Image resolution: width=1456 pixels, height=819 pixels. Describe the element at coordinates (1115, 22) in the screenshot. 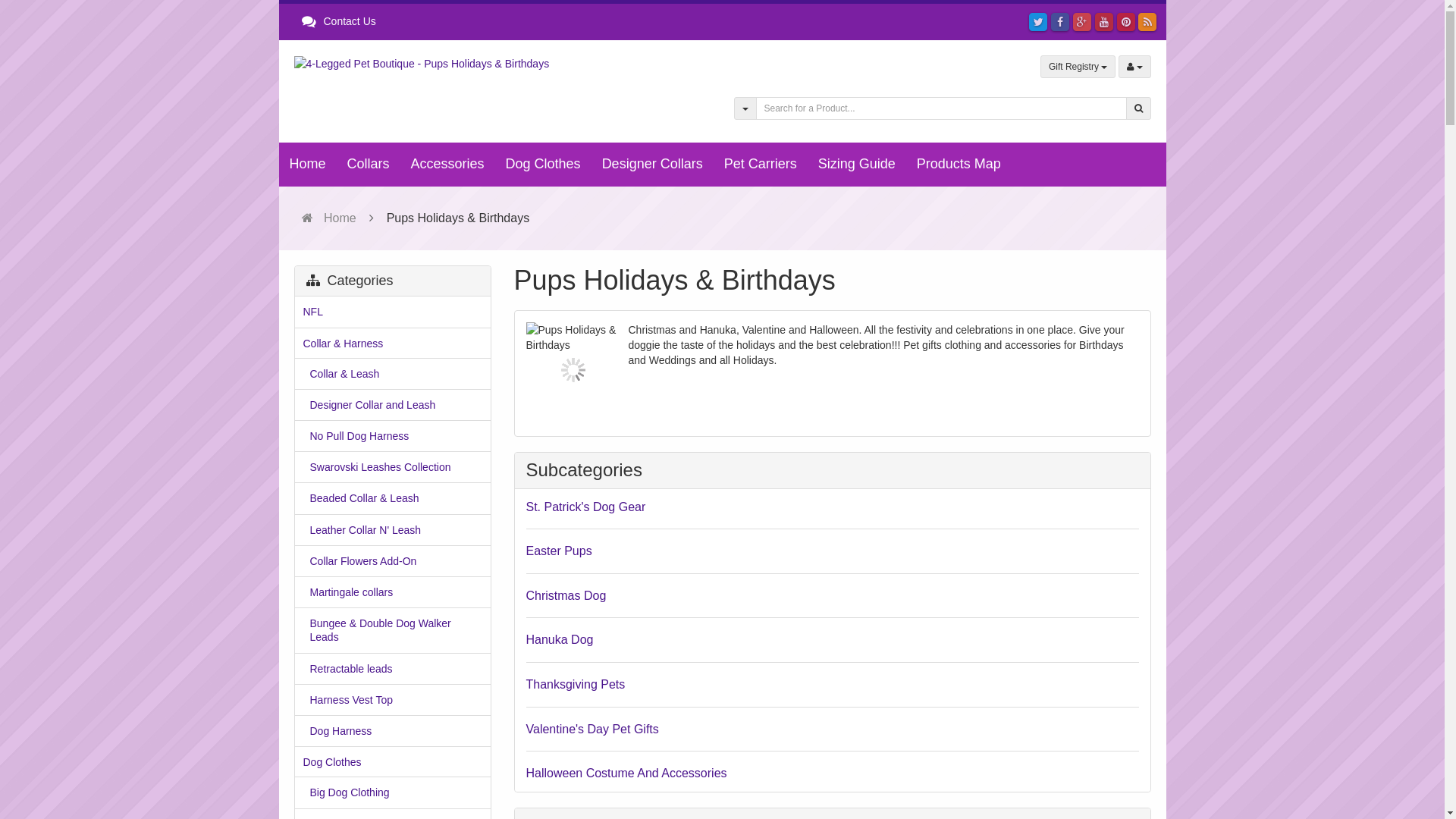

I see `'Pinterest'` at that location.